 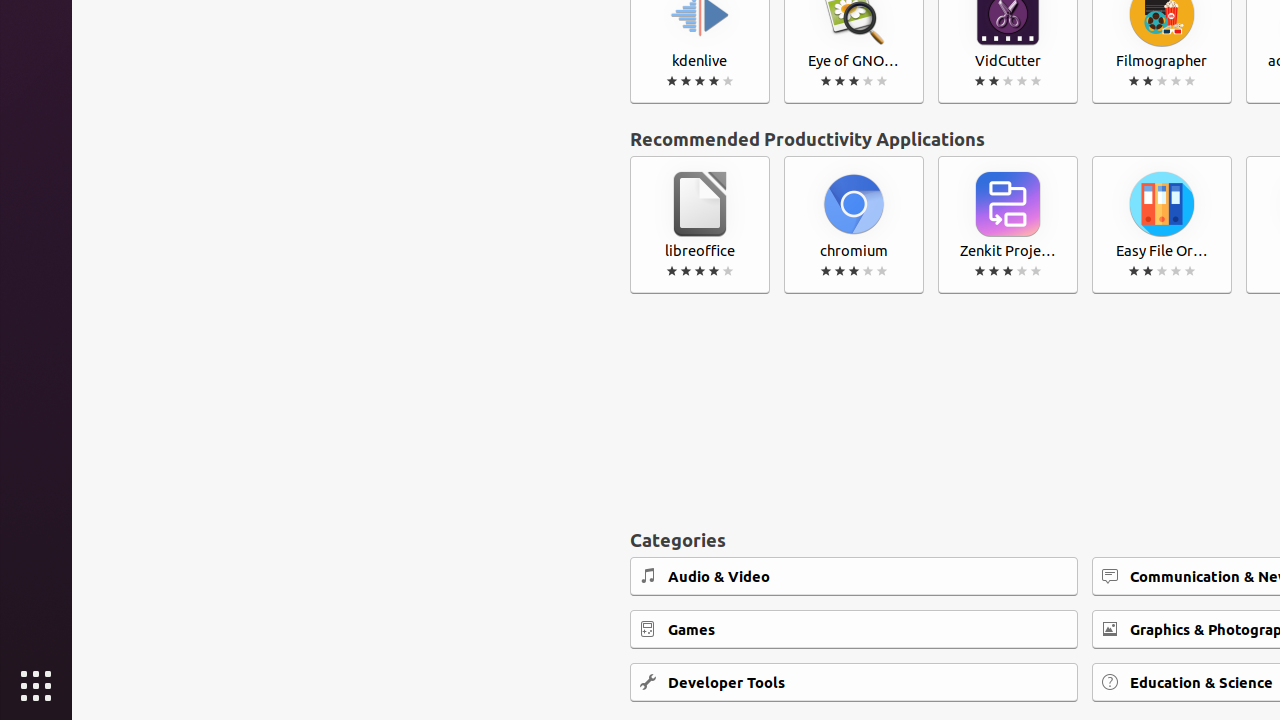 I want to click on 'libreoffice', so click(x=700, y=225).